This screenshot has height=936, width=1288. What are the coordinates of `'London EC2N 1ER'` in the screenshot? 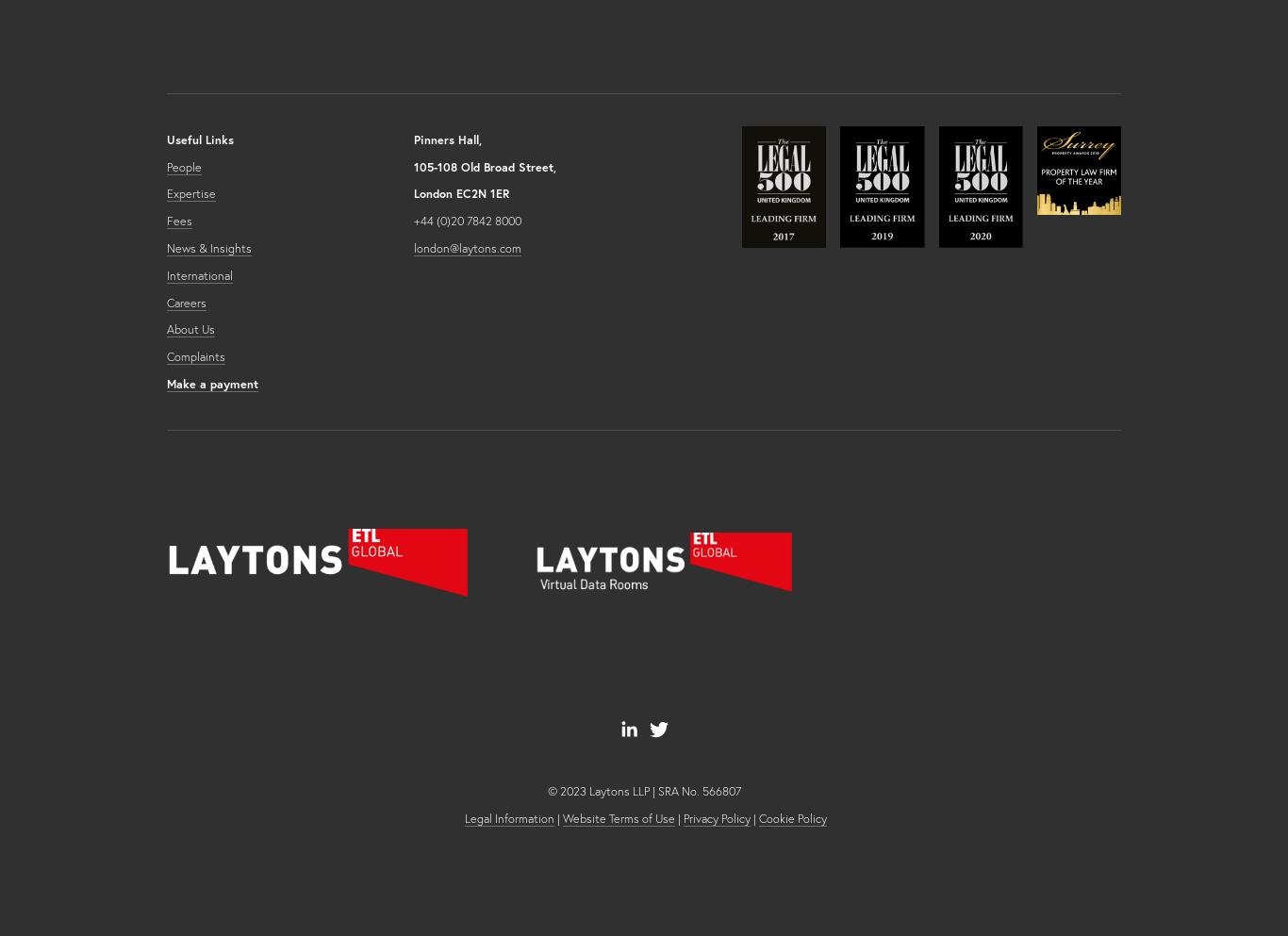 It's located at (460, 192).